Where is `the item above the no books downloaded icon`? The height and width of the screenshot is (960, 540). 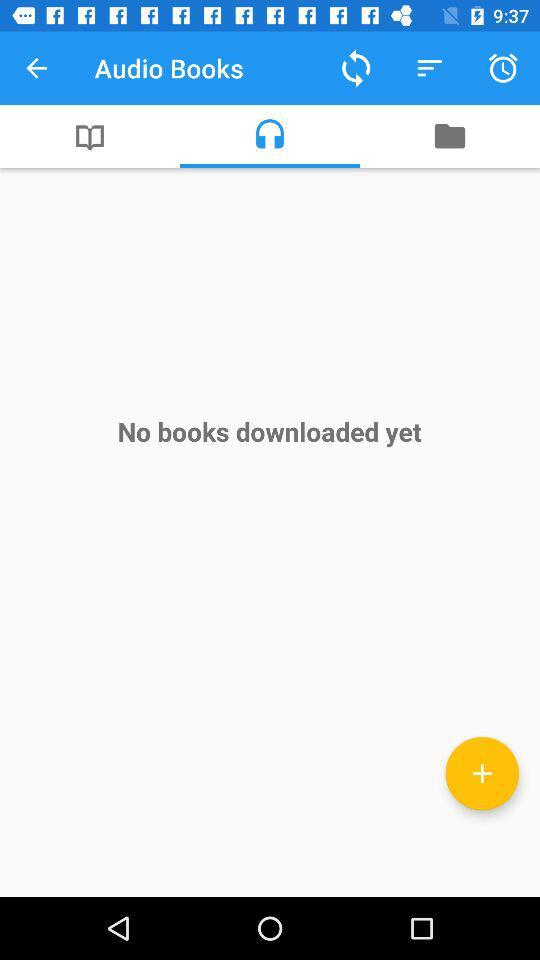
the item above the no books downloaded icon is located at coordinates (89, 135).